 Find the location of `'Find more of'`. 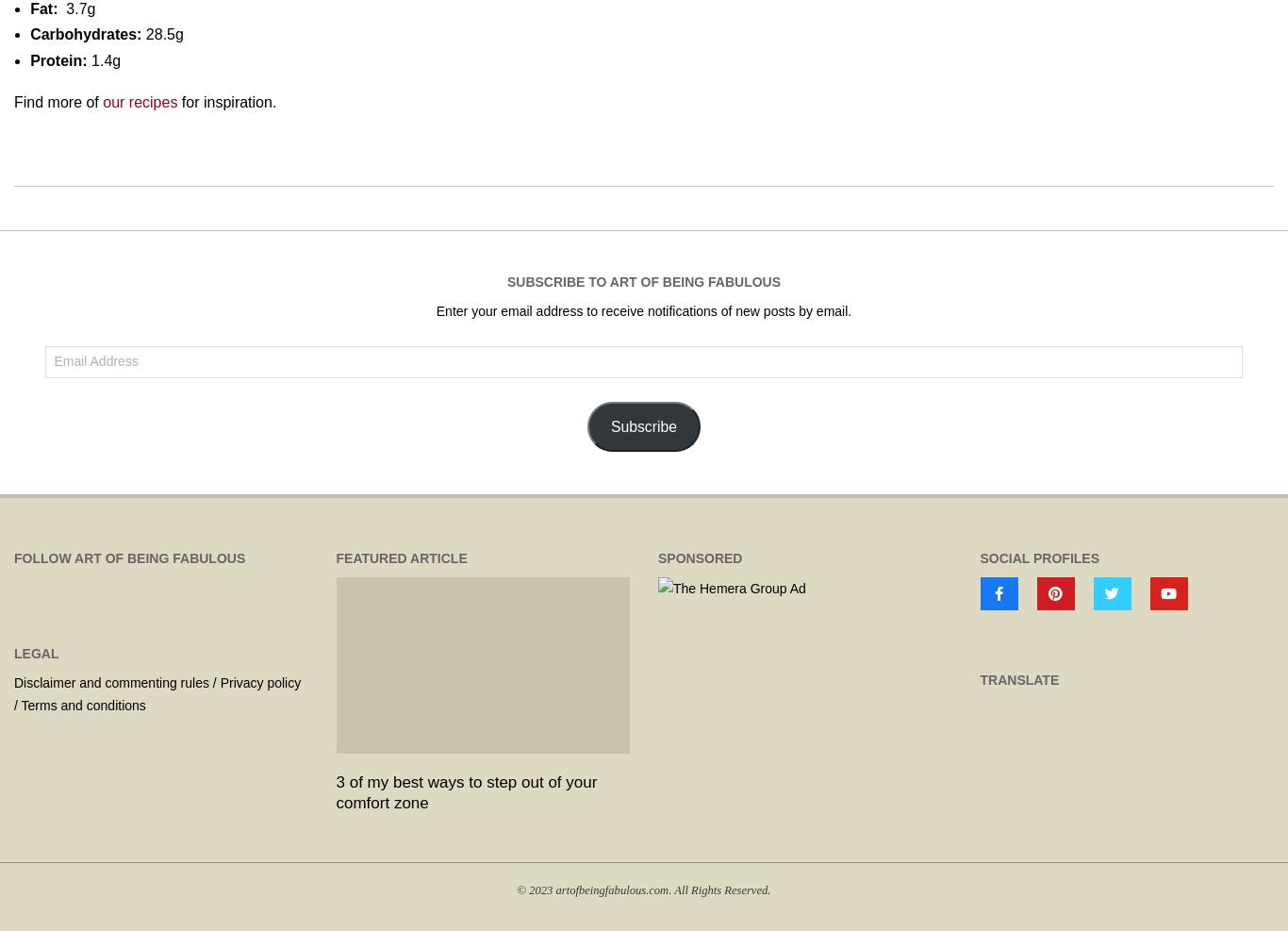

'Find more of' is located at coordinates (58, 102).